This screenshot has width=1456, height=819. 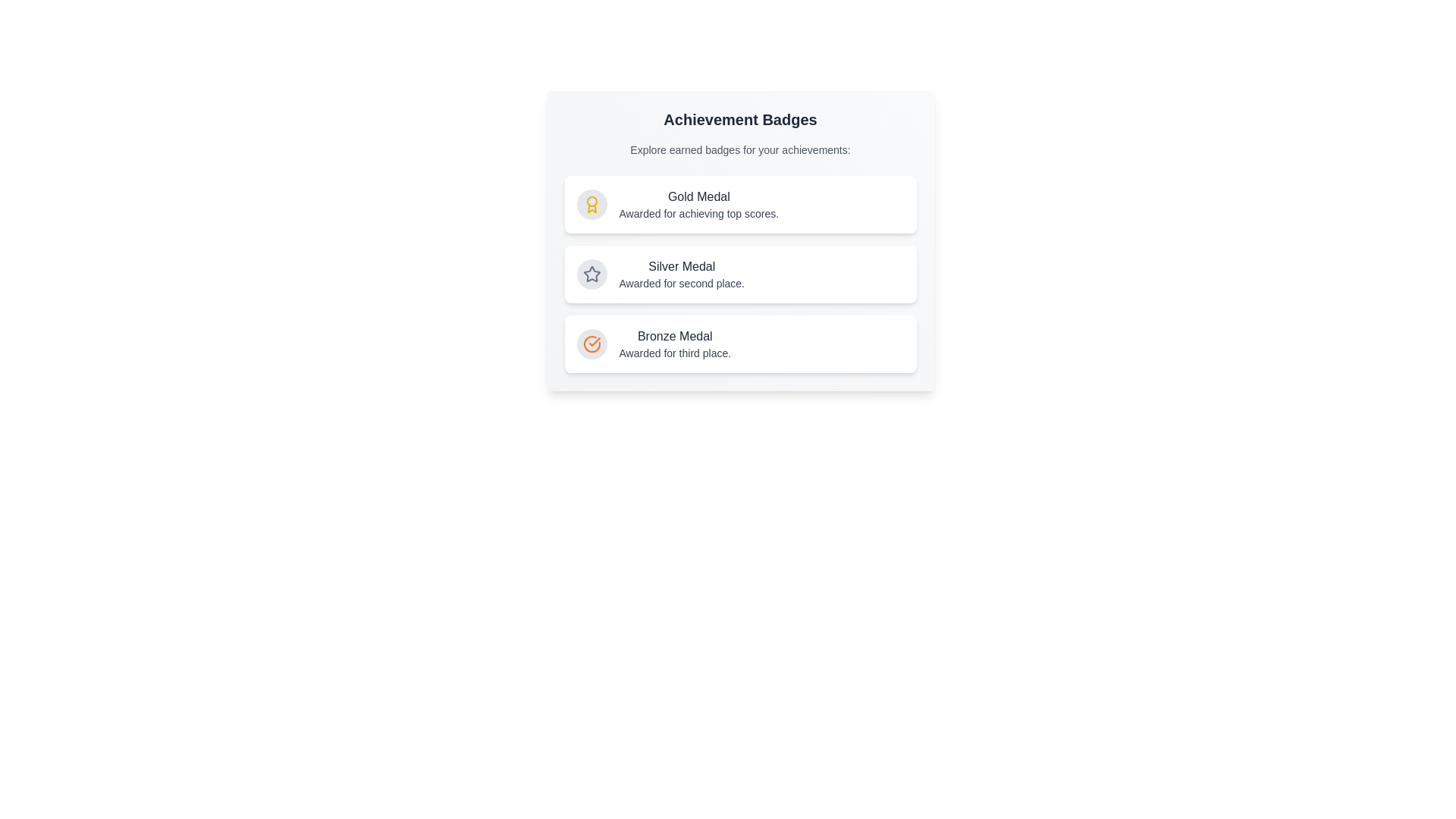 What do you see at coordinates (740, 149) in the screenshot?
I see `the instructional text label that reads 'Explore earned badges for your achievements:' located directly under the heading 'Achievement Badges.'` at bounding box center [740, 149].